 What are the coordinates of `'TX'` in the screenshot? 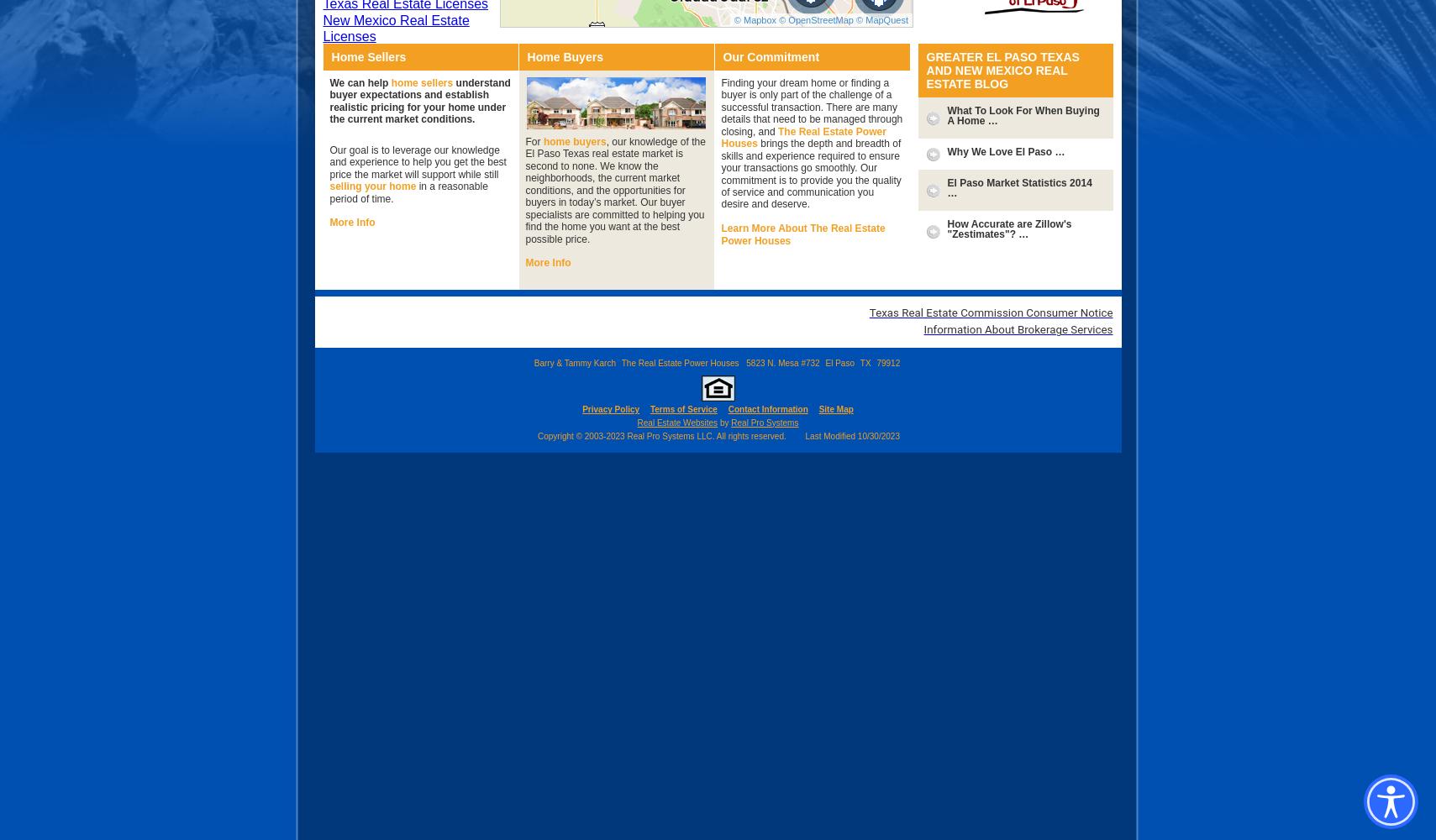 It's located at (866, 362).